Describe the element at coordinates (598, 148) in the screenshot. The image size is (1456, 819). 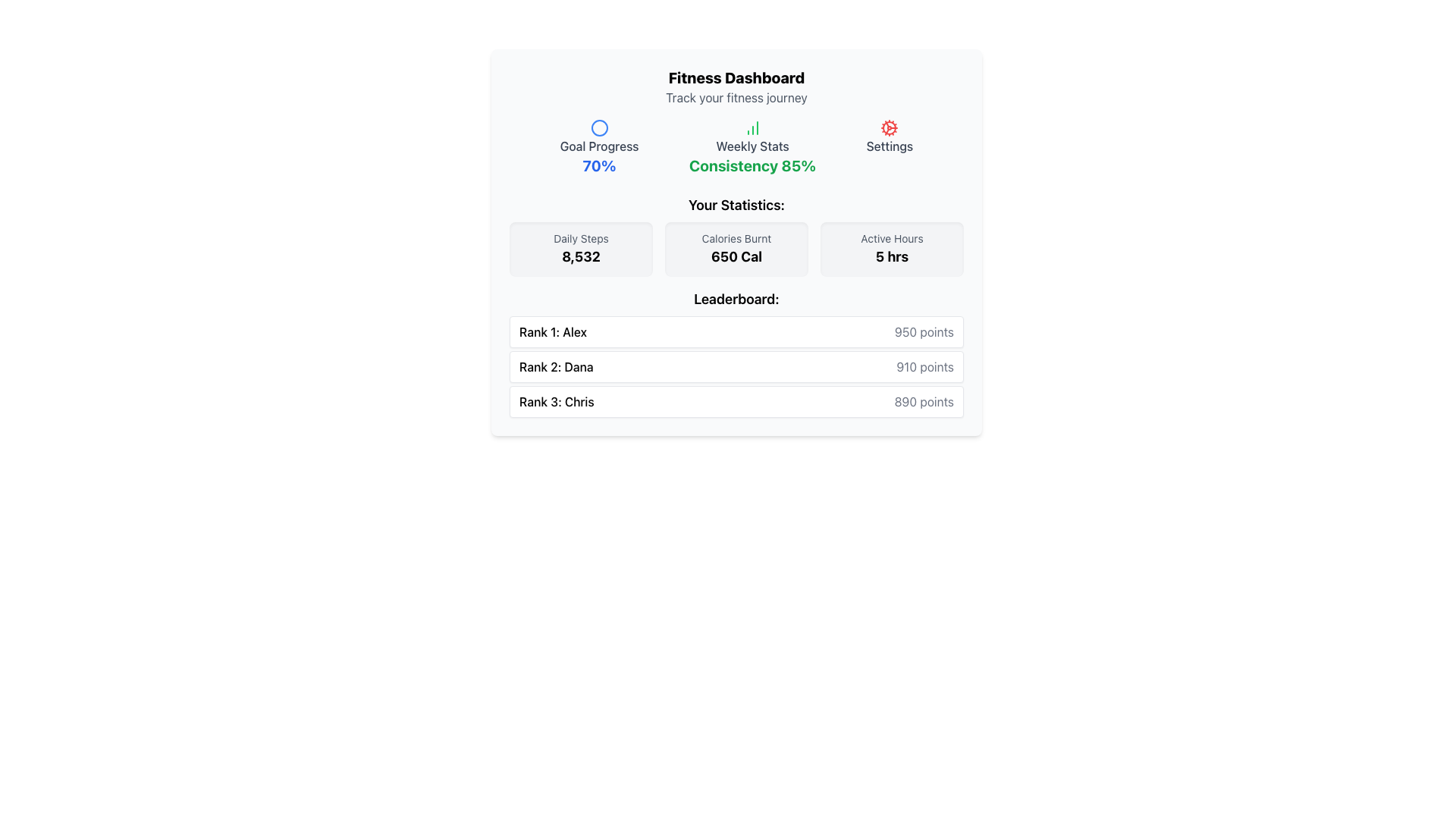
I see `the circle in the Informative card that indicates the user's goal progress, located between 'Weekly Stats' and 'Settings' sections` at that location.